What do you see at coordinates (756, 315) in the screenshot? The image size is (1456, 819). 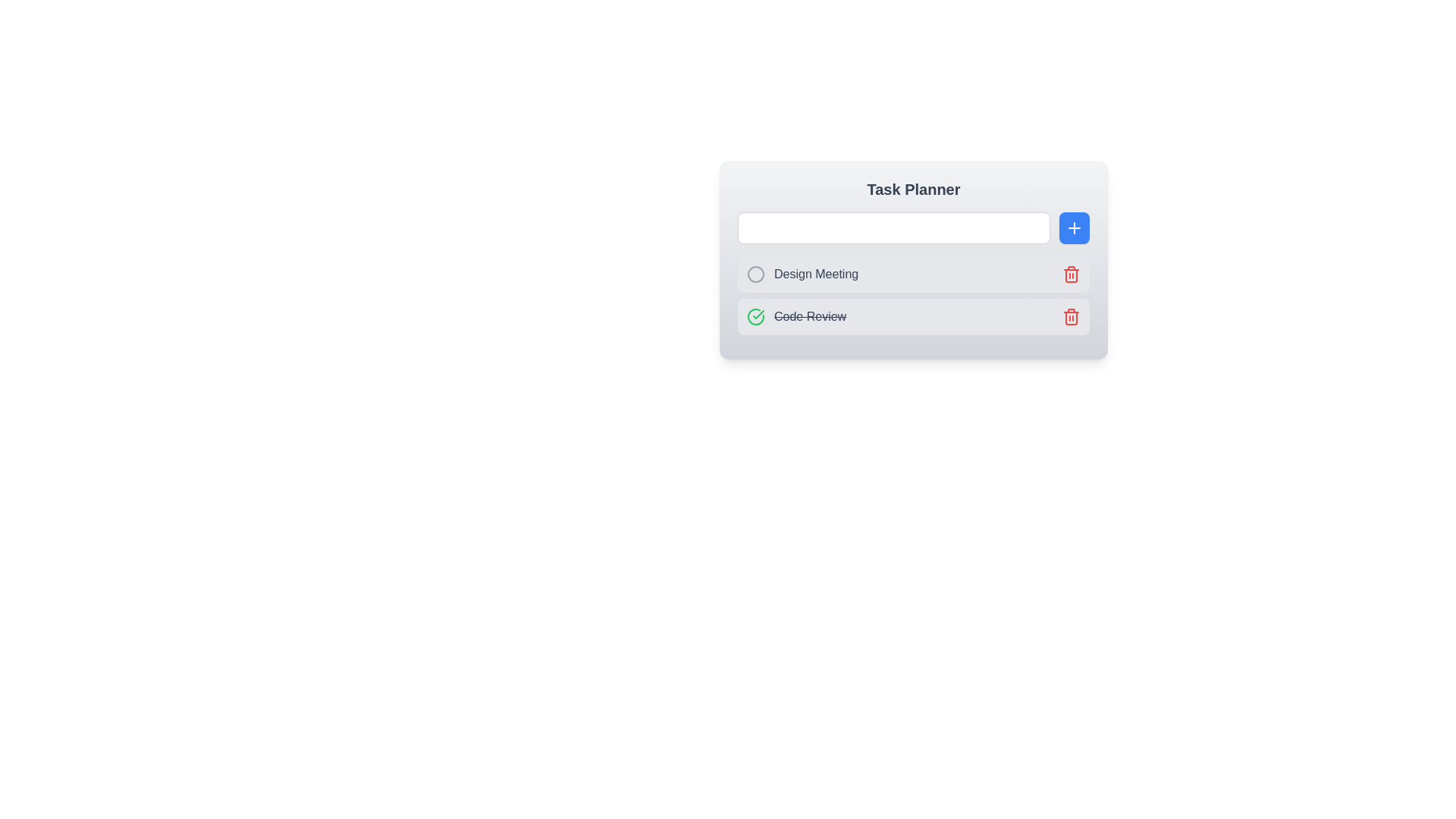 I see `the green checkbox with a check mark` at bounding box center [756, 315].